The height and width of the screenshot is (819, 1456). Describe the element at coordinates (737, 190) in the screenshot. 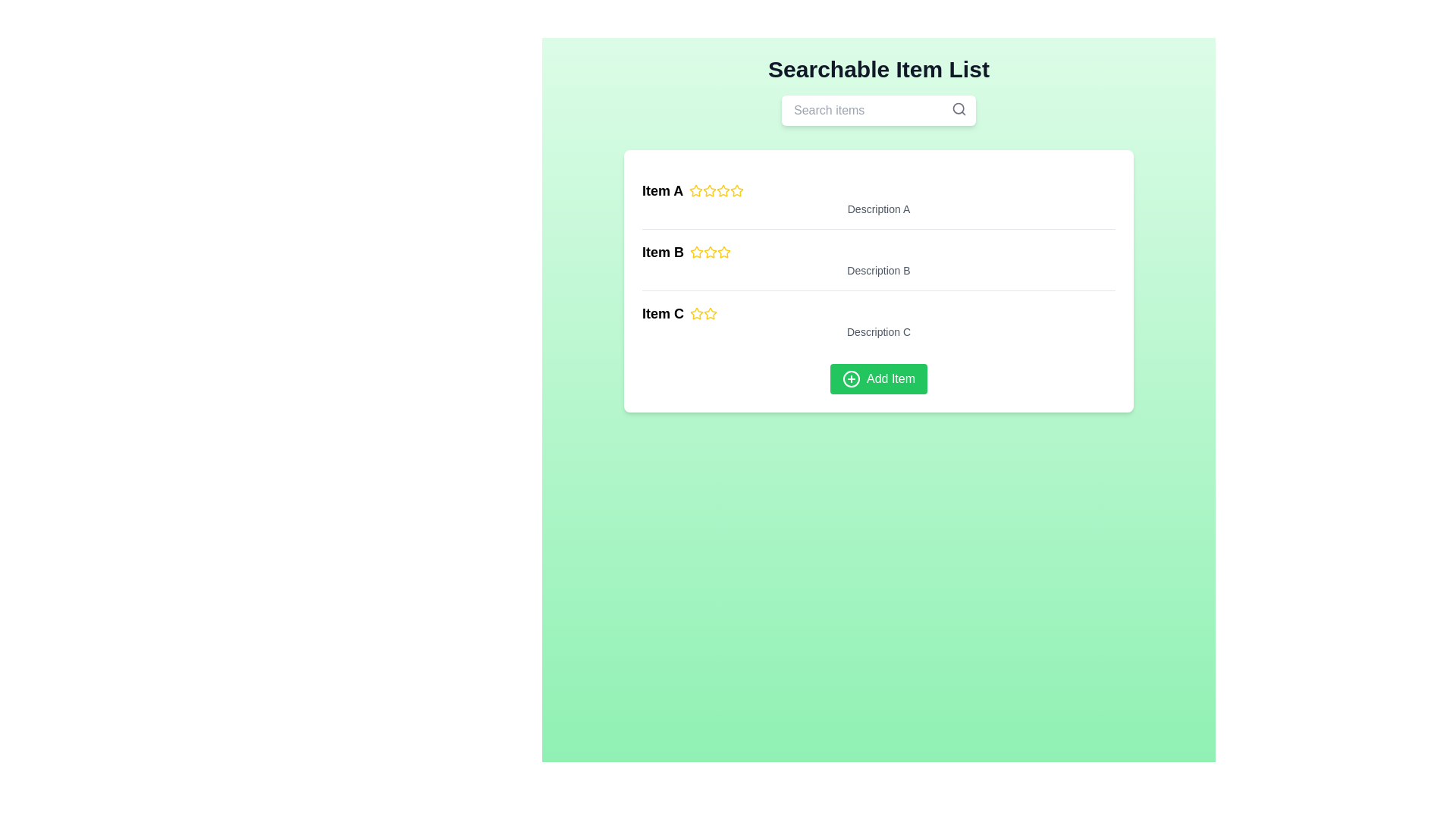

I see `the fifth Rating star icon with a yellow outline next to the label 'Item A'` at that location.